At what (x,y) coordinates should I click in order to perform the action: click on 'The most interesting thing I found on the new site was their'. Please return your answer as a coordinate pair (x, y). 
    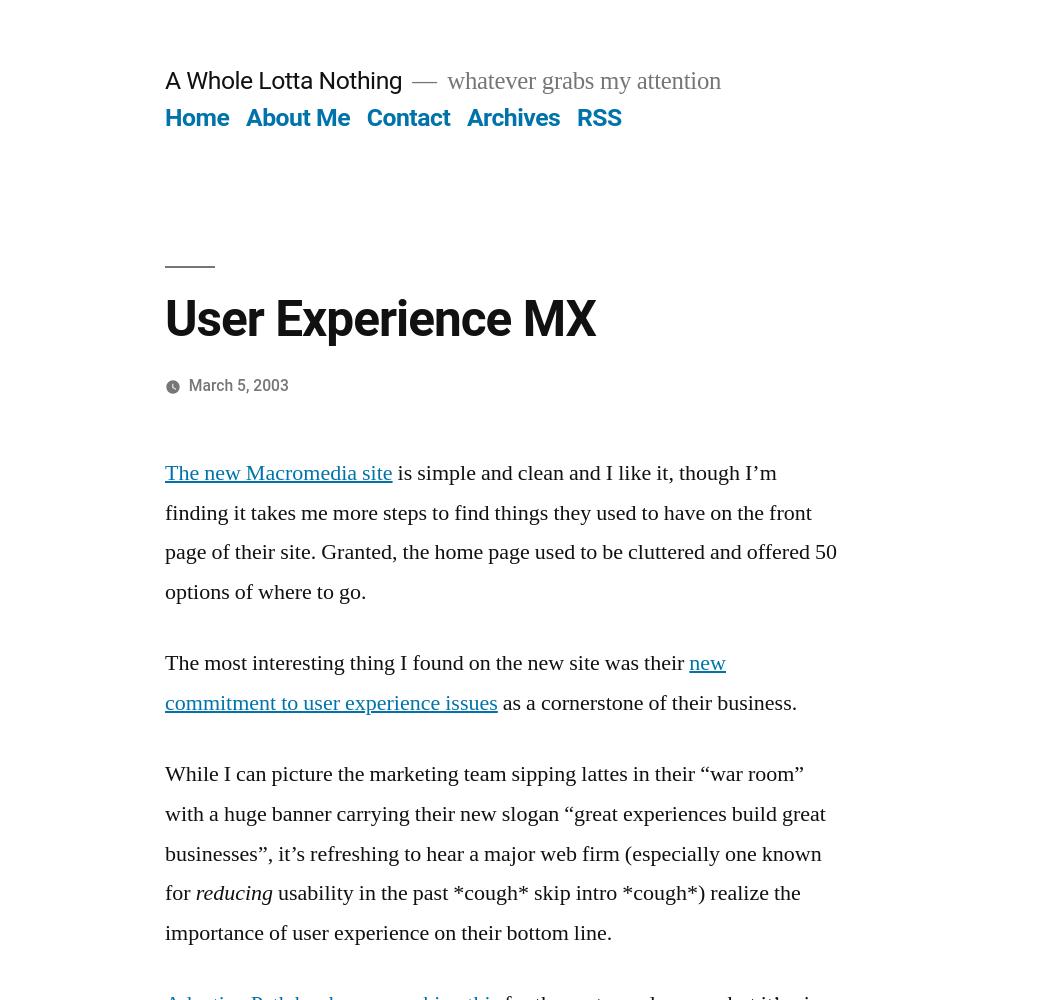
    Looking at the image, I should click on (426, 663).